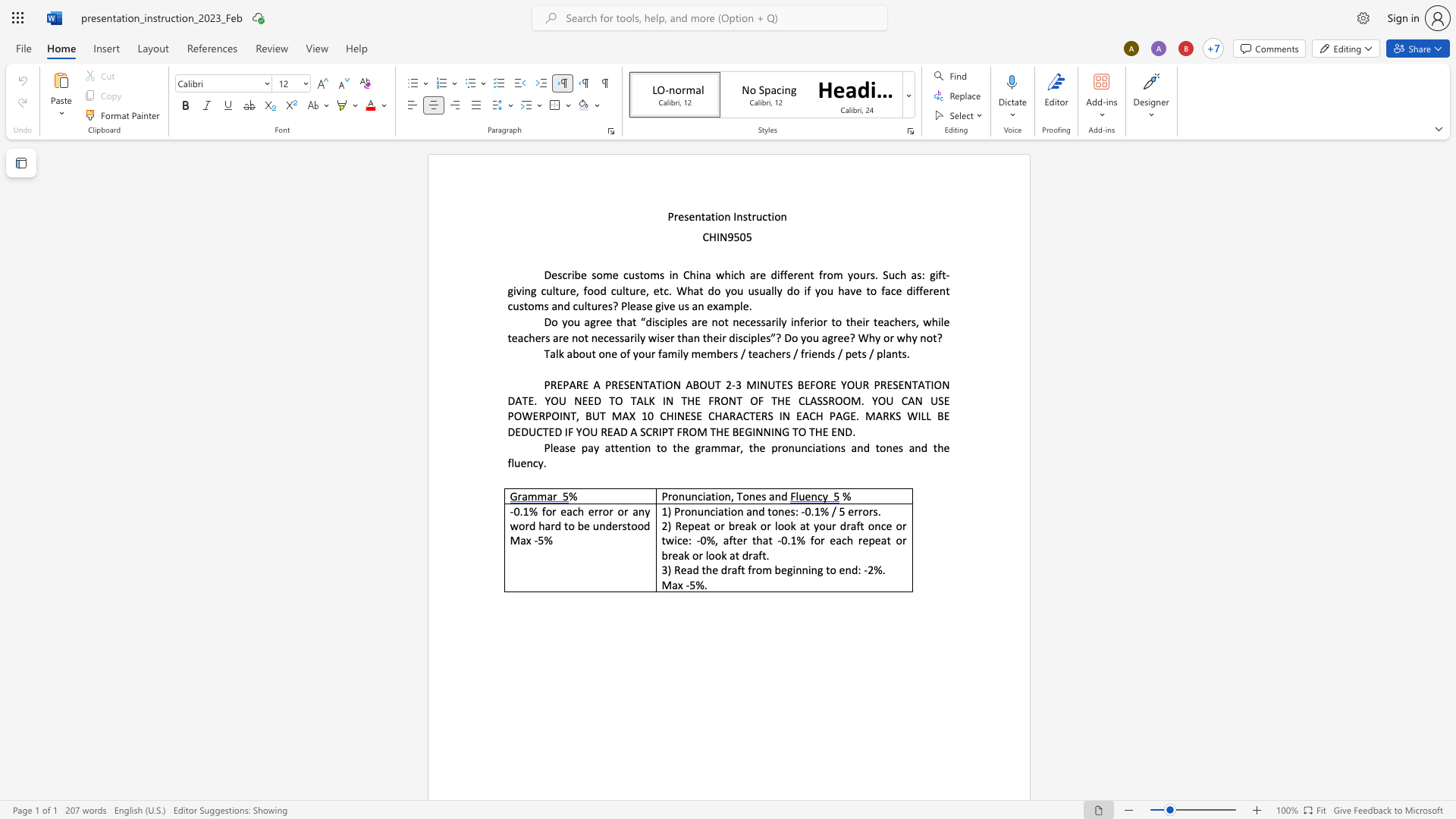 The width and height of the screenshot is (1456, 819). What do you see at coordinates (697, 306) in the screenshot?
I see `the space between the continuous character "a" and "n" in the text` at bounding box center [697, 306].